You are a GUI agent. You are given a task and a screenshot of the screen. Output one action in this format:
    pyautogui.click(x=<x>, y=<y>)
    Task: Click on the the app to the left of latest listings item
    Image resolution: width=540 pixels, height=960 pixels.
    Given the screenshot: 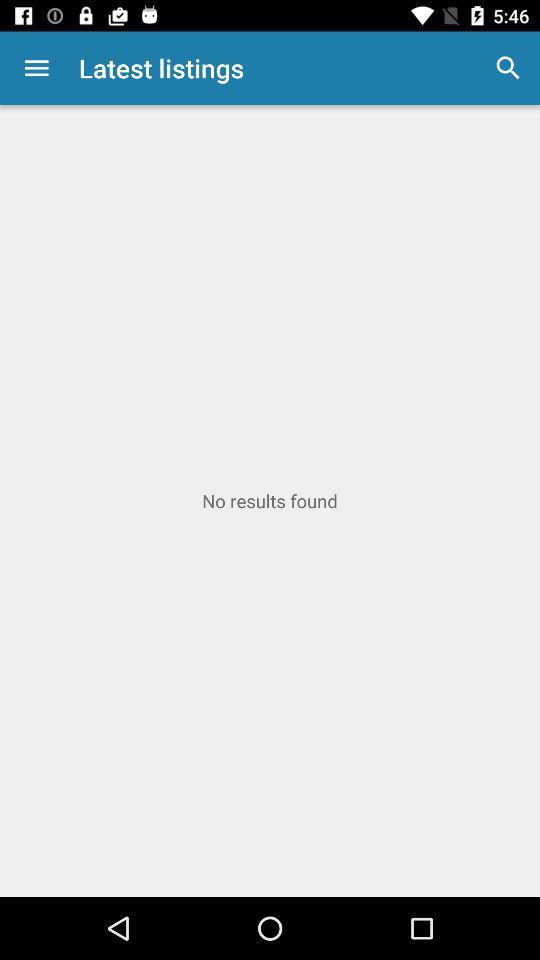 What is the action you would take?
    pyautogui.click(x=36, y=68)
    